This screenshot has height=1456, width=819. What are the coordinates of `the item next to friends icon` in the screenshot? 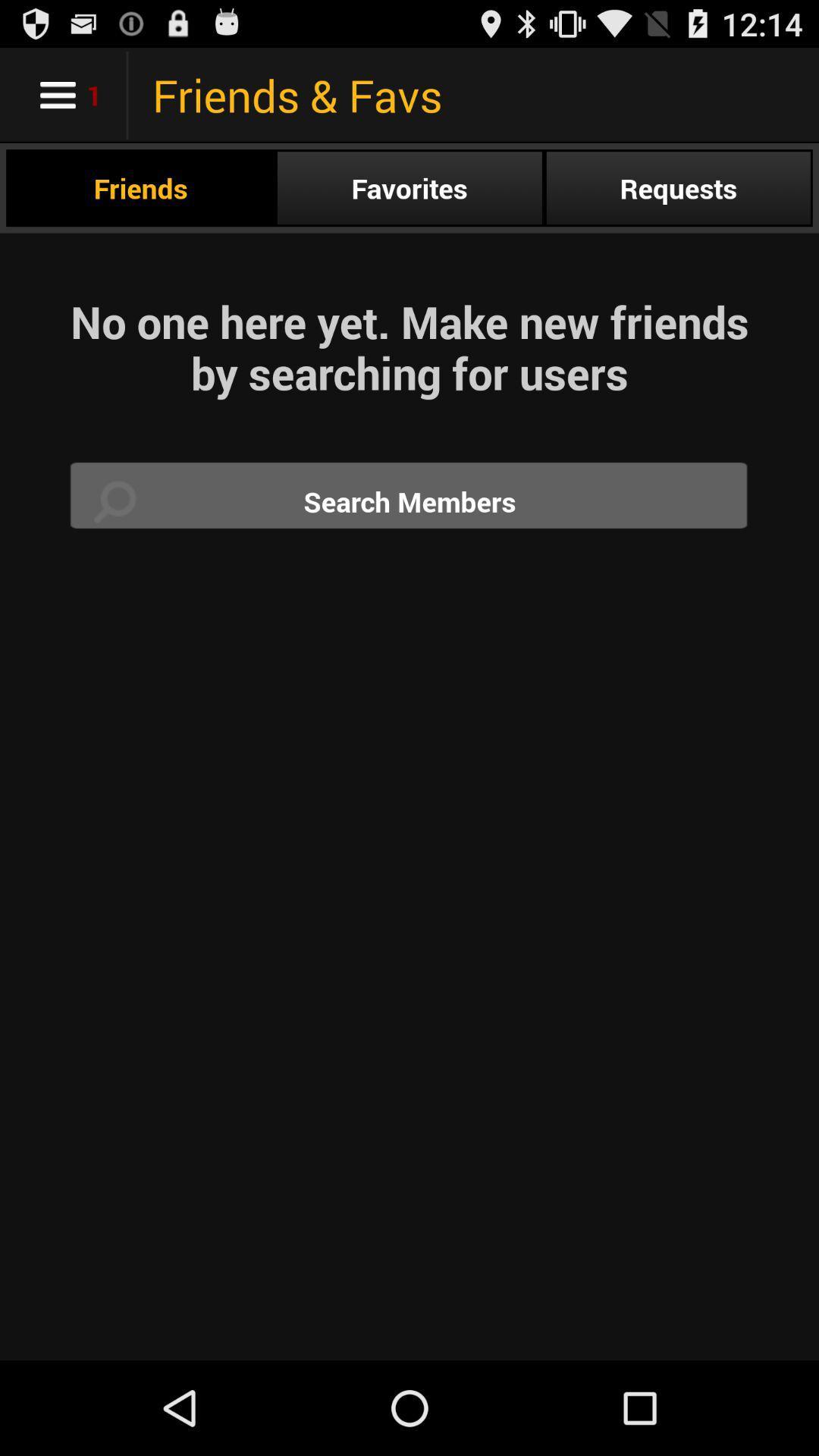 It's located at (409, 187).